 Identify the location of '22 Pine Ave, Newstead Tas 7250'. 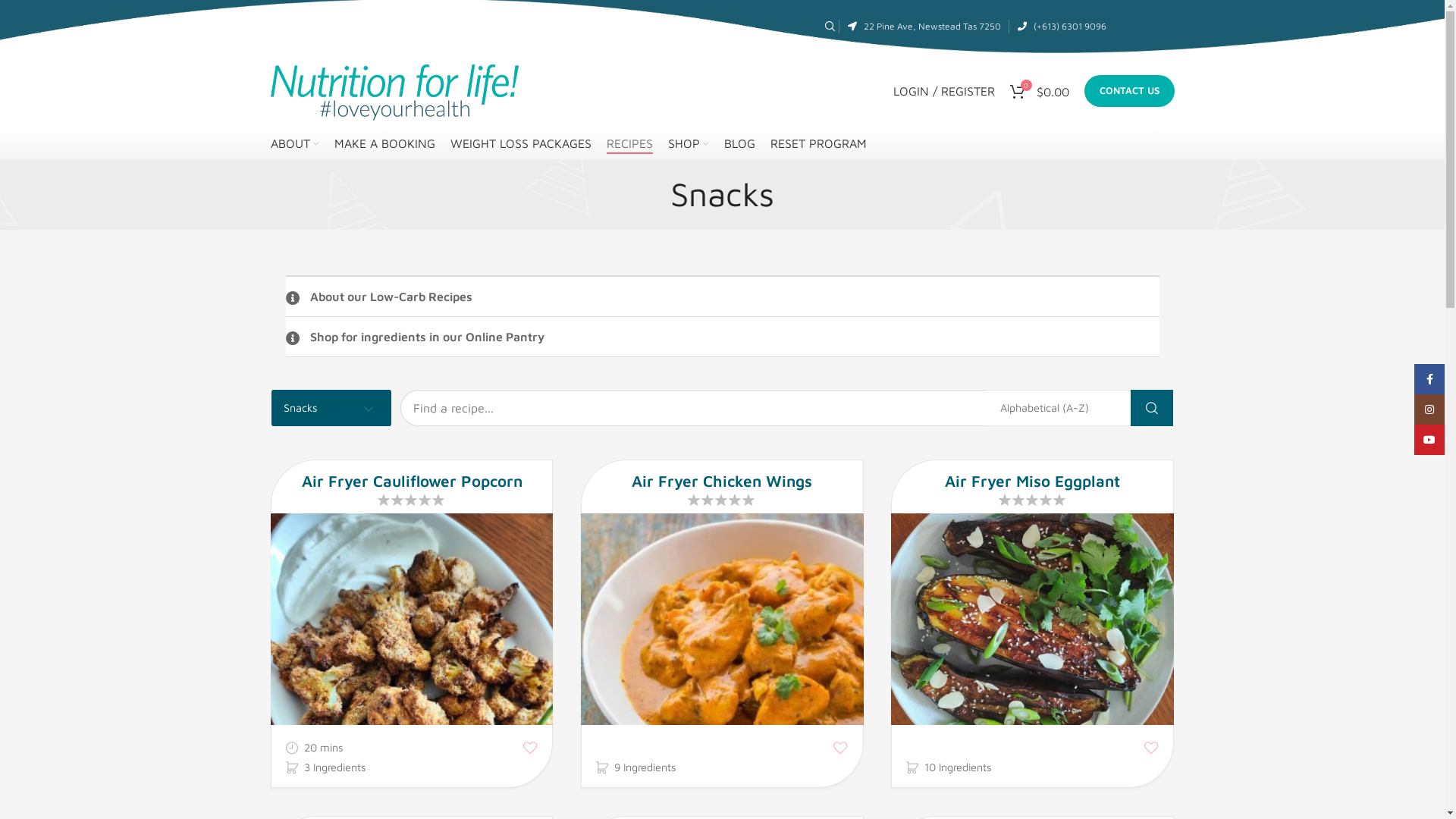
(930, 26).